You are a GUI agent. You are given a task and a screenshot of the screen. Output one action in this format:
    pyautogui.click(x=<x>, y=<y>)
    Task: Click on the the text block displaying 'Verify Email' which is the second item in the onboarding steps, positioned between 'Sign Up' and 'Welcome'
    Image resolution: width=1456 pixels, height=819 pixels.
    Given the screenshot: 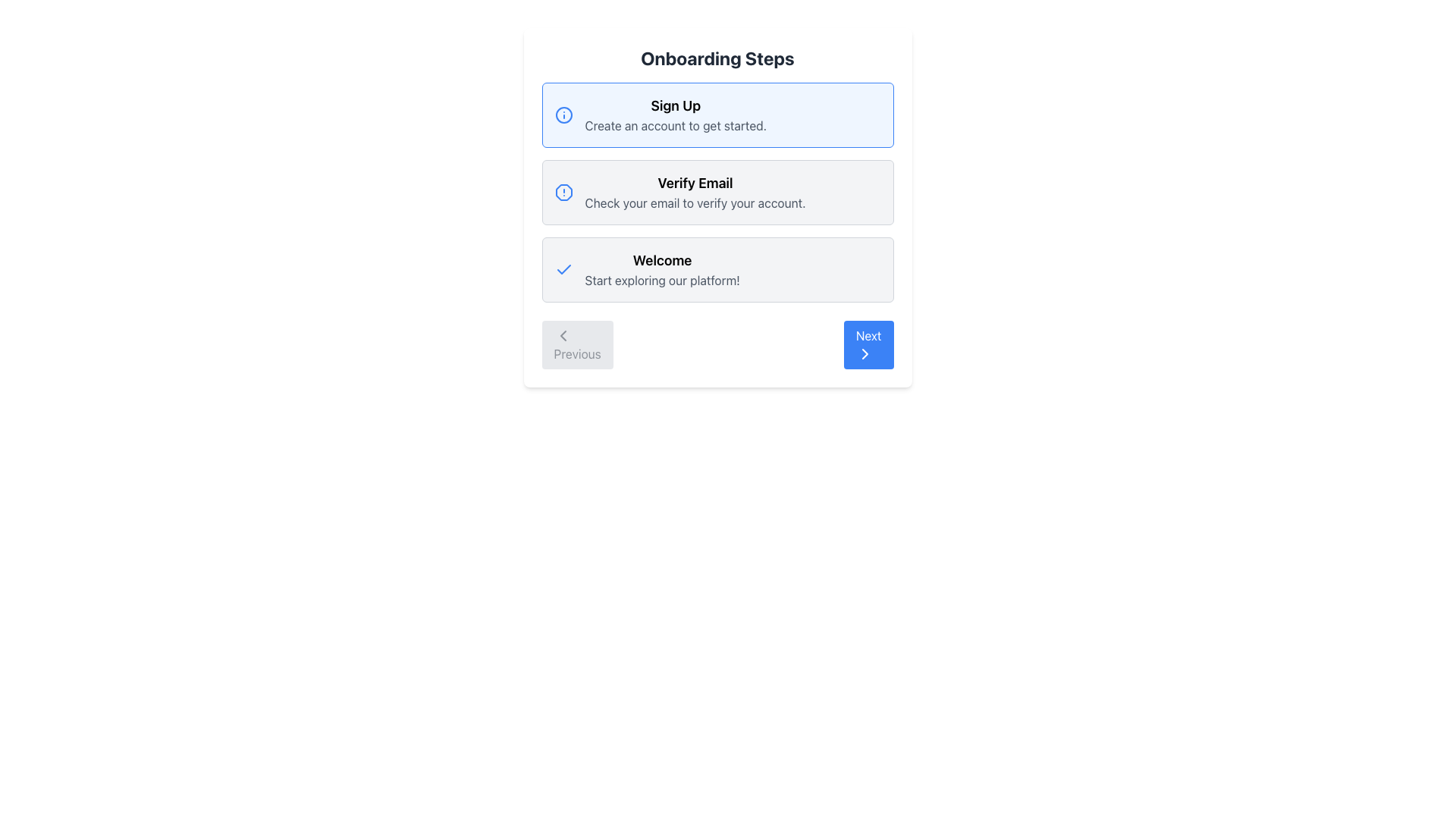 What is the action you would take?
    pyautogui.click(x=694, y=192)
    